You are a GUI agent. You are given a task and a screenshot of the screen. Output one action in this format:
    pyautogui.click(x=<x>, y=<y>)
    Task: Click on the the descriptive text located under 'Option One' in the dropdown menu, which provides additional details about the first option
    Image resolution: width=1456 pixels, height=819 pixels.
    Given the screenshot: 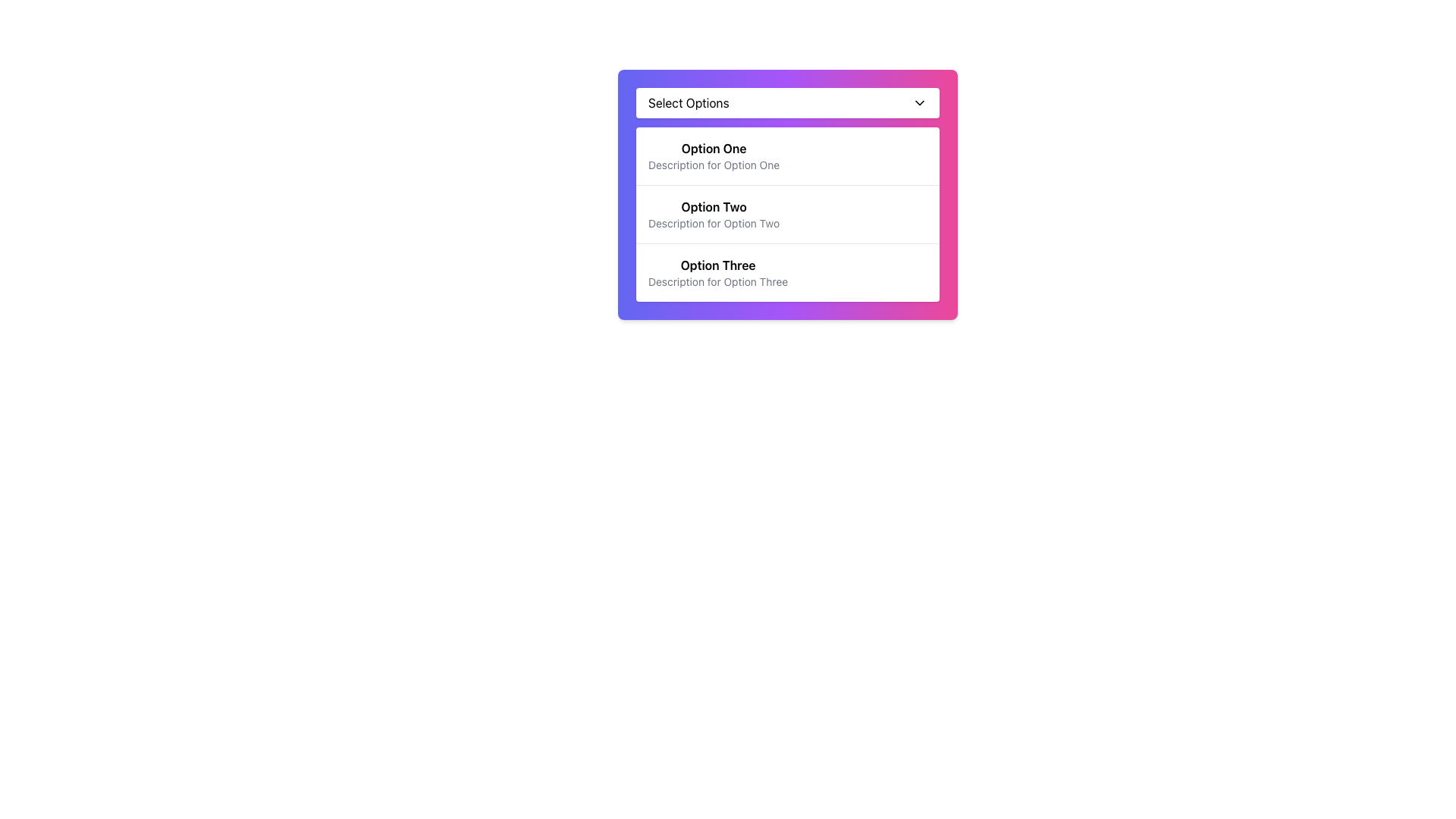 What is the action you would take?
    pyautogui.click(x=713, y=165)
    